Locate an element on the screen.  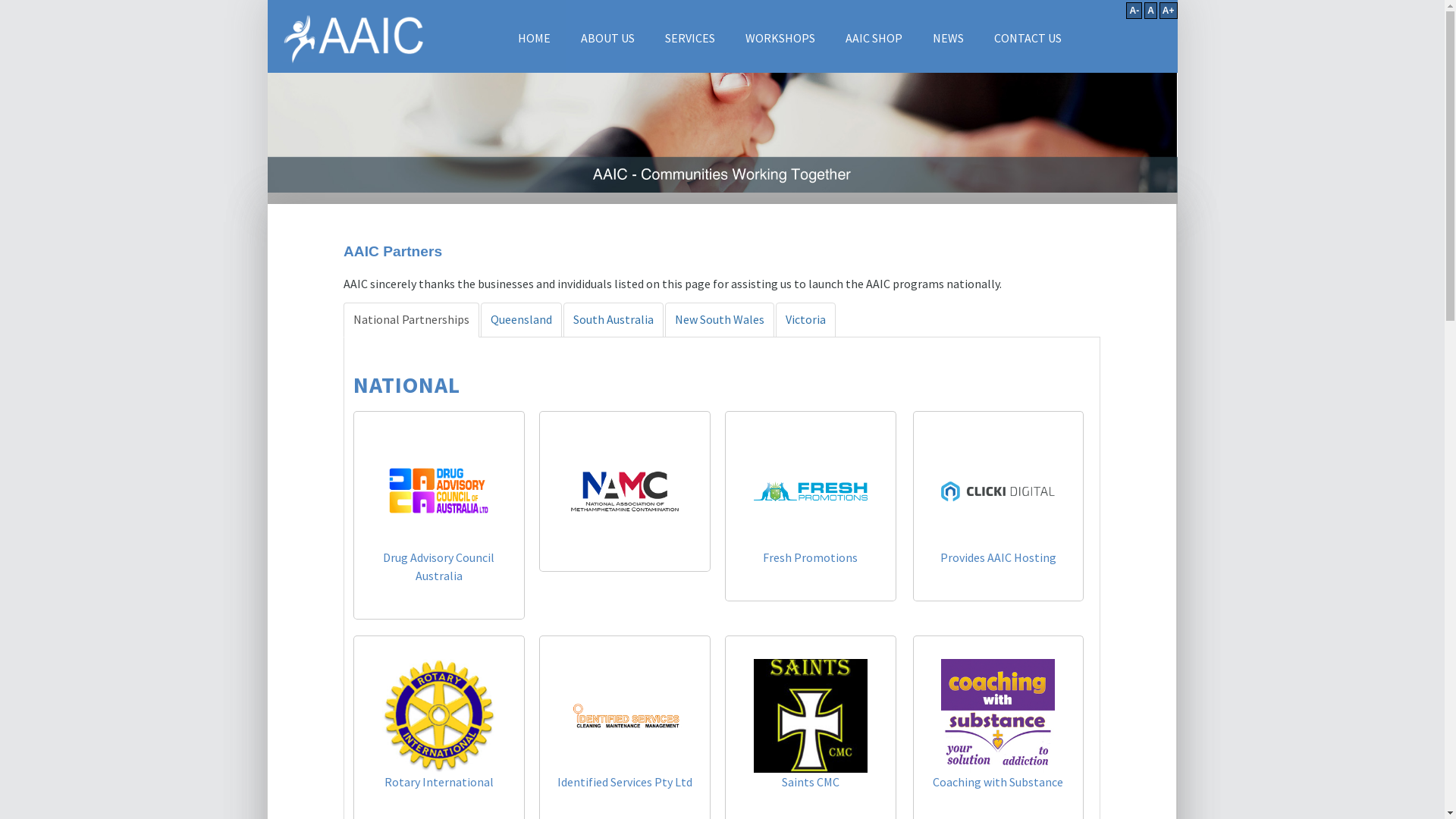
'A-' is located at coordinates (1134, 11).